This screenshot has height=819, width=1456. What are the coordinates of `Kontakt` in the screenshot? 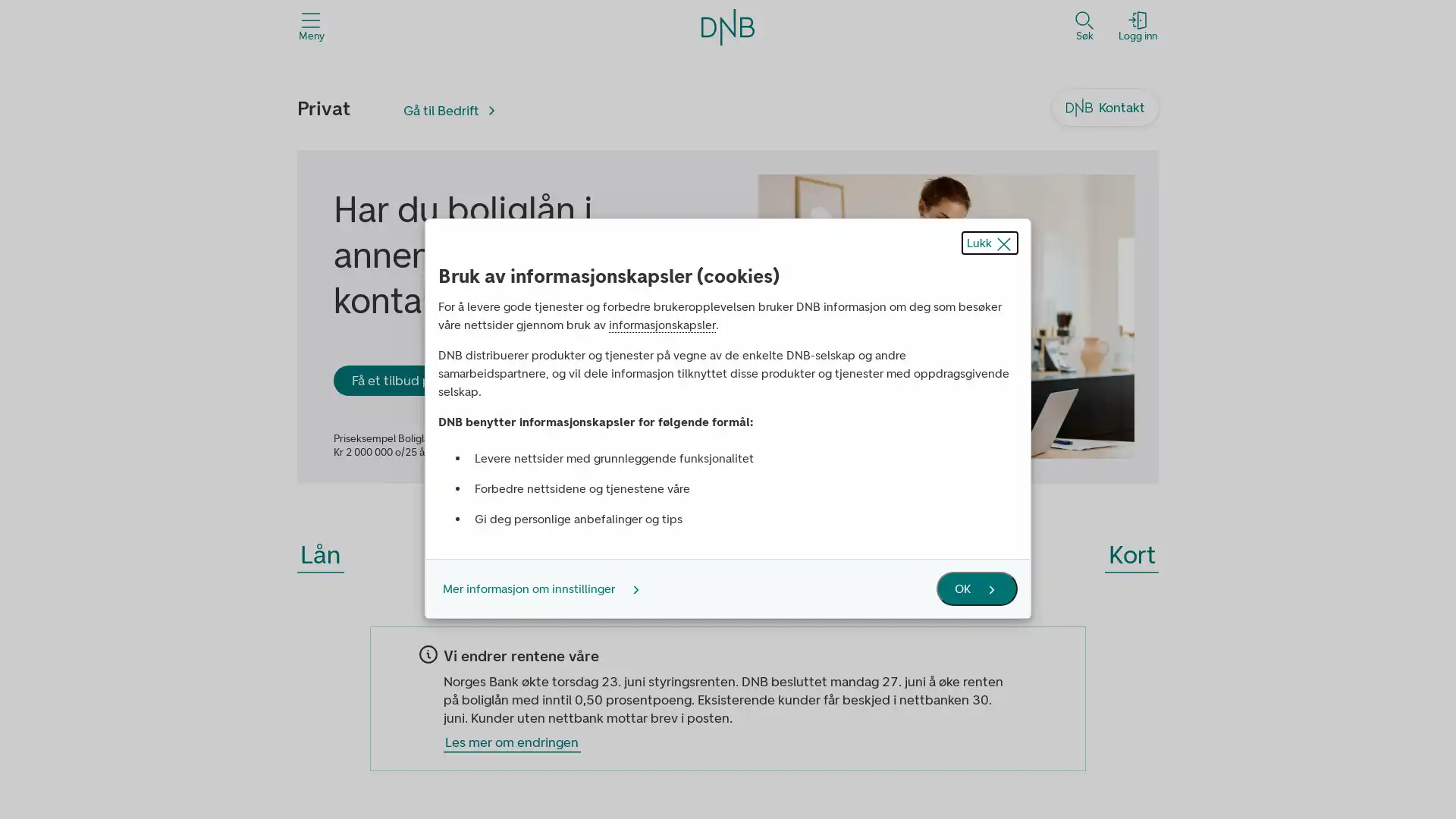 It's located at (1106, 107).